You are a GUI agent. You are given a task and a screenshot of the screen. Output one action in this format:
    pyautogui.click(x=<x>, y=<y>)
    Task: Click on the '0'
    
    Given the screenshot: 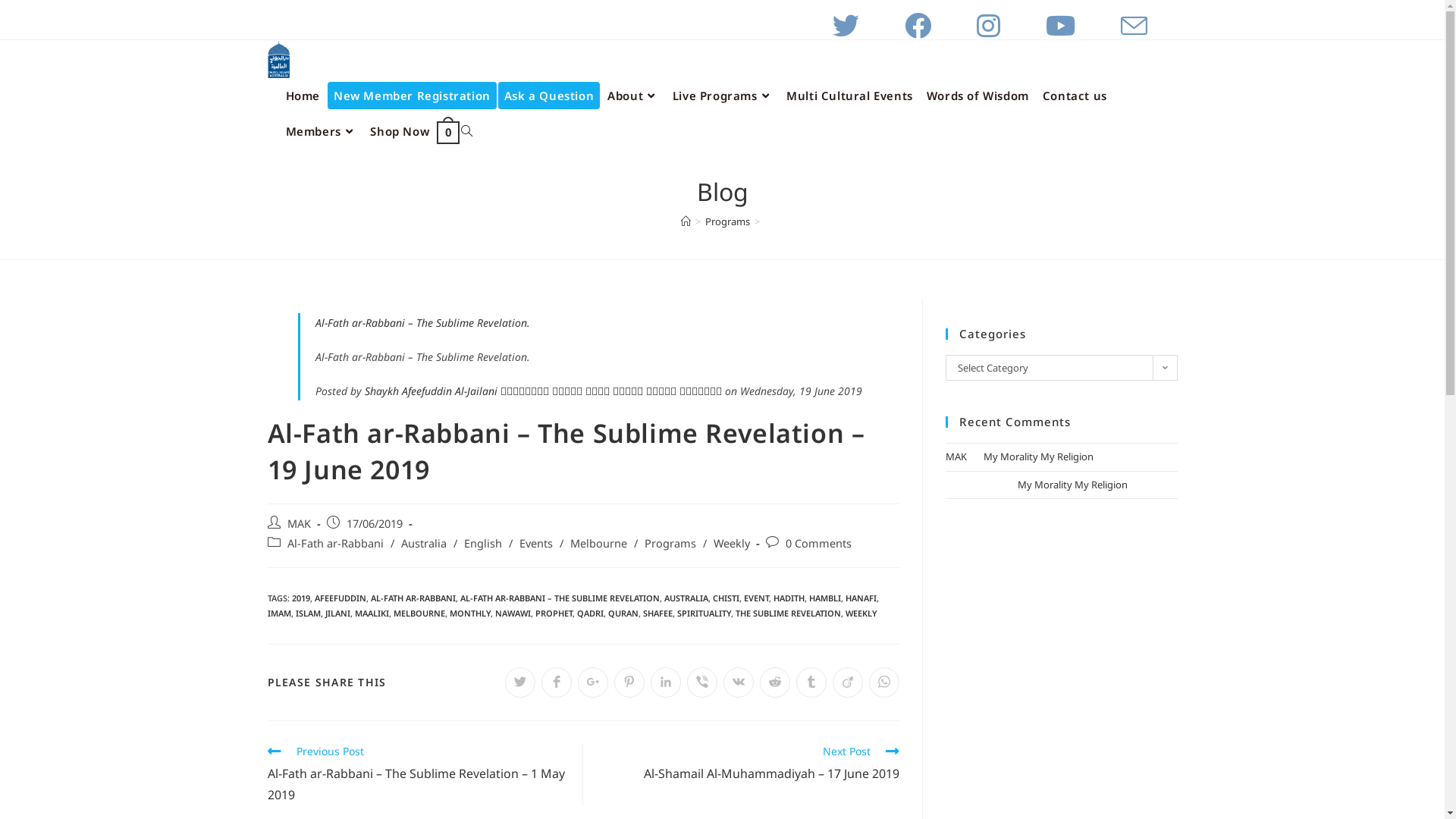 What is the action you would take?
    pyautogui.click(x=447, y=130)
    